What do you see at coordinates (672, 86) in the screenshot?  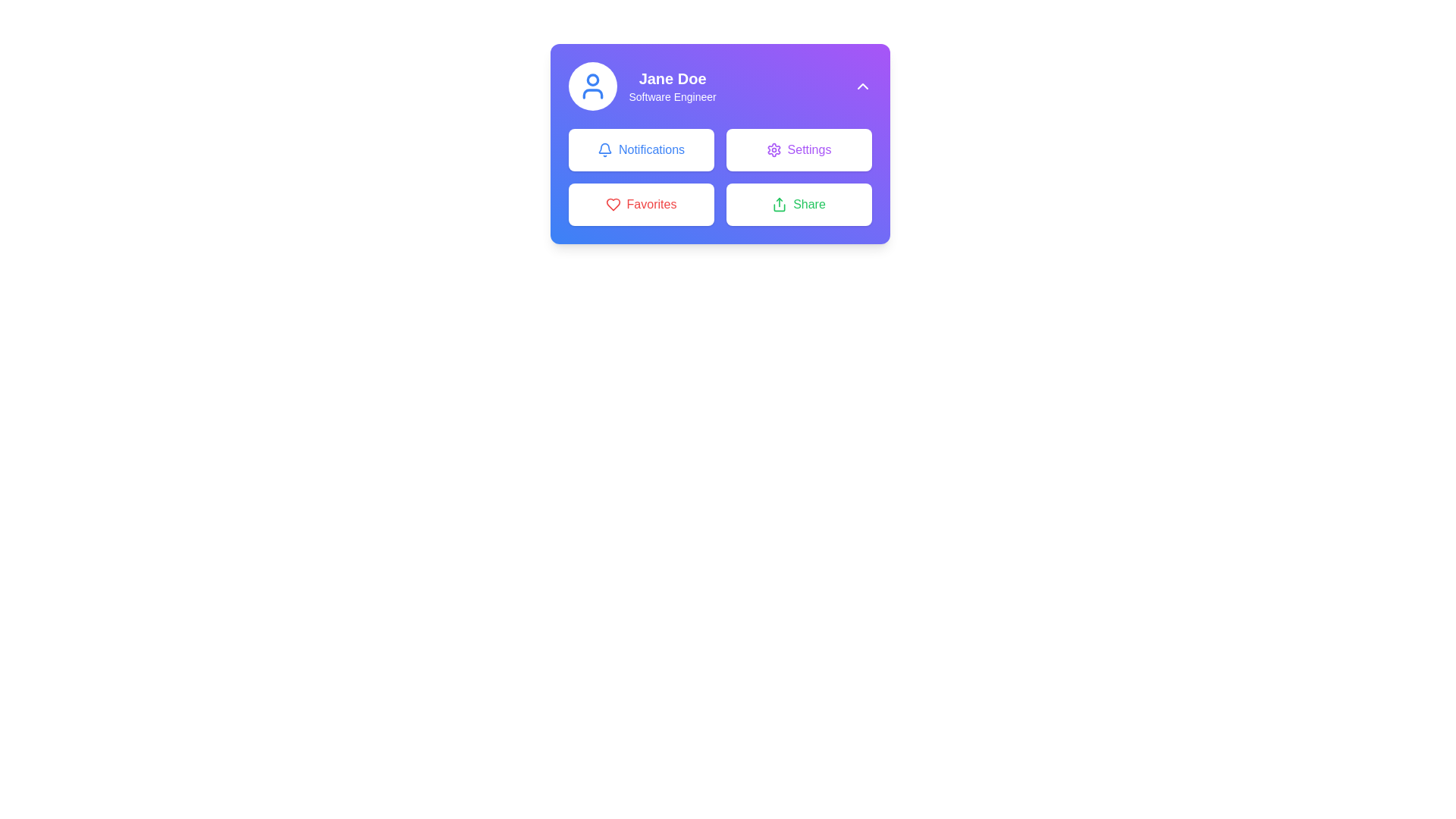 I see `the Text label displaying 'Jane Doe' and 'Software Engineer', which is positioned at the top section of a card interface, right of an avatar icon and above a set of buttons` at bounding box center [672, 86].